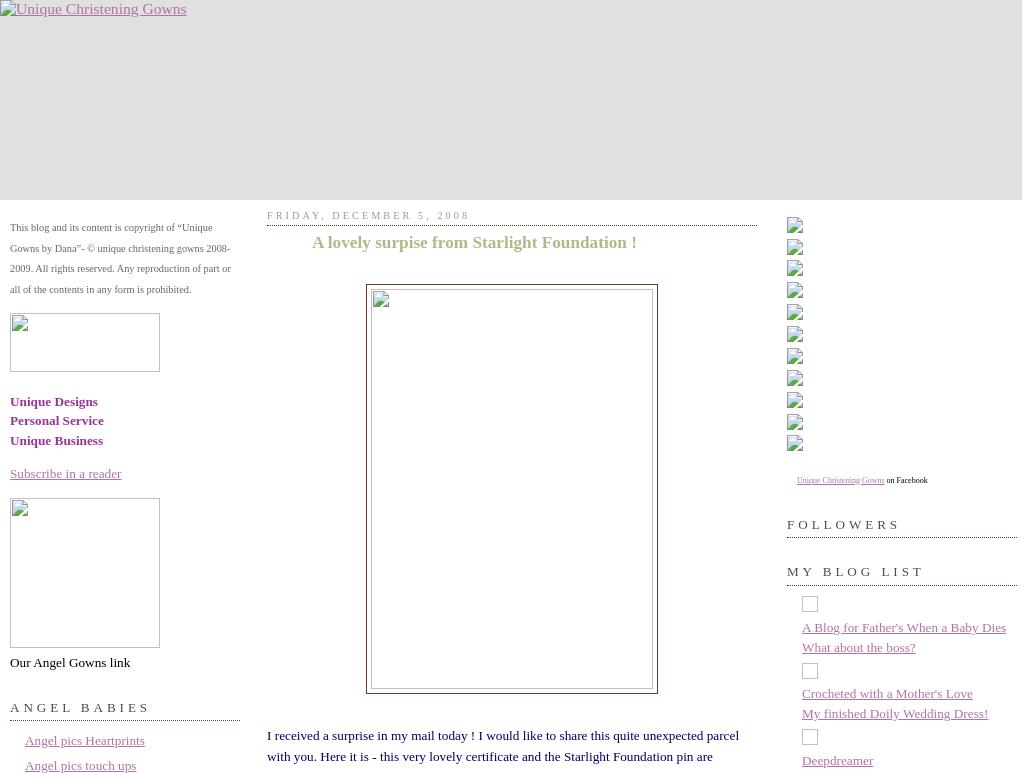 This screenshot has width=1024, height=773. What do you see at coordinates (83, 738) in the screenshot?
I see `'Angel pics Heartprints'` at bounding box center [83, 738].